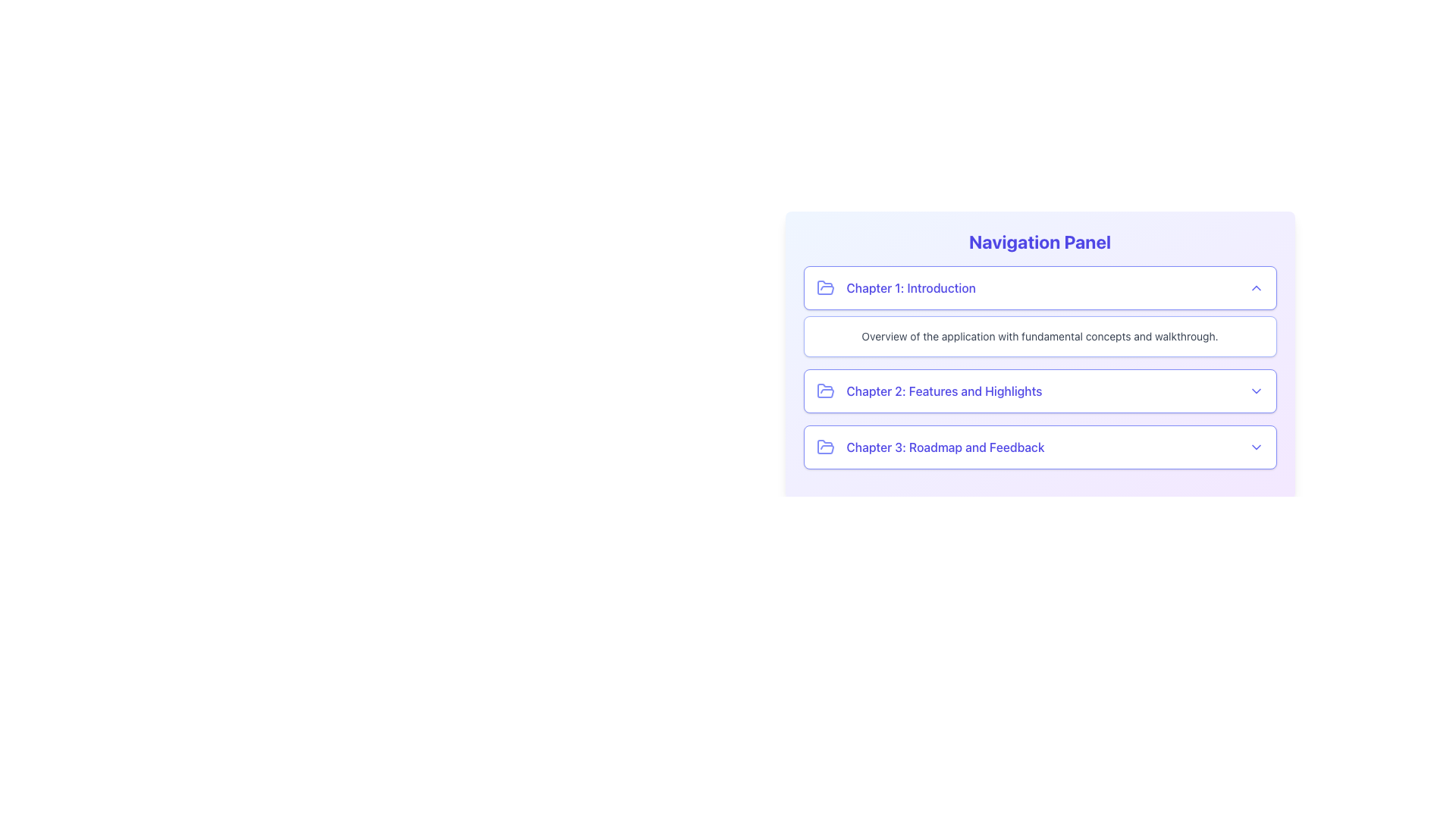  Describe the element at coordinates (1039, 391) in the screenshot. I see `the 'Chapter 2: Features and Highlights' button in the navigation menu` at that location.